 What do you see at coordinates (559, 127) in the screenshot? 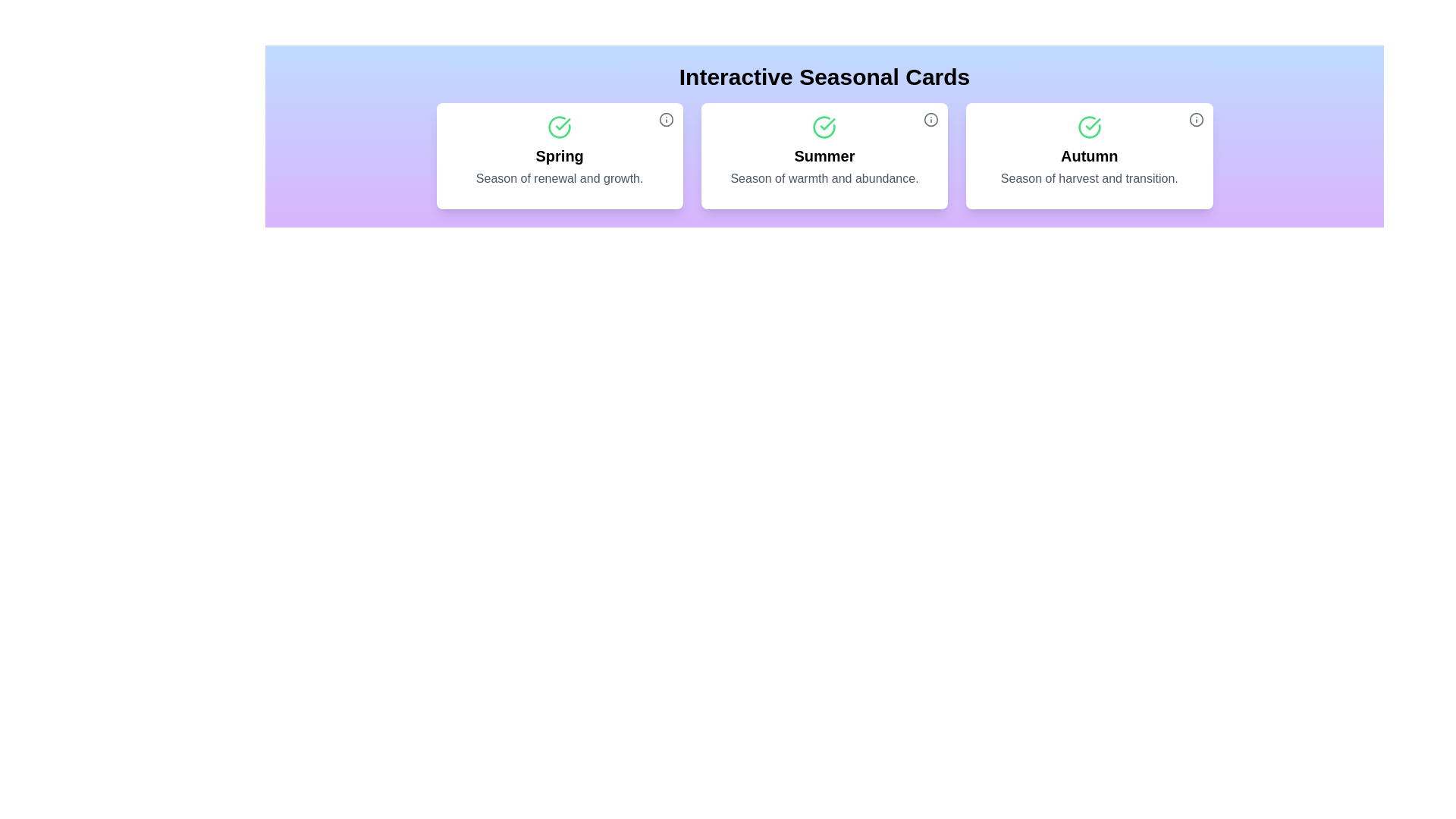
I see `the positive status icon related to the 'Spring' context, located above the 'Spring' label` at bounding box center [559, 127].